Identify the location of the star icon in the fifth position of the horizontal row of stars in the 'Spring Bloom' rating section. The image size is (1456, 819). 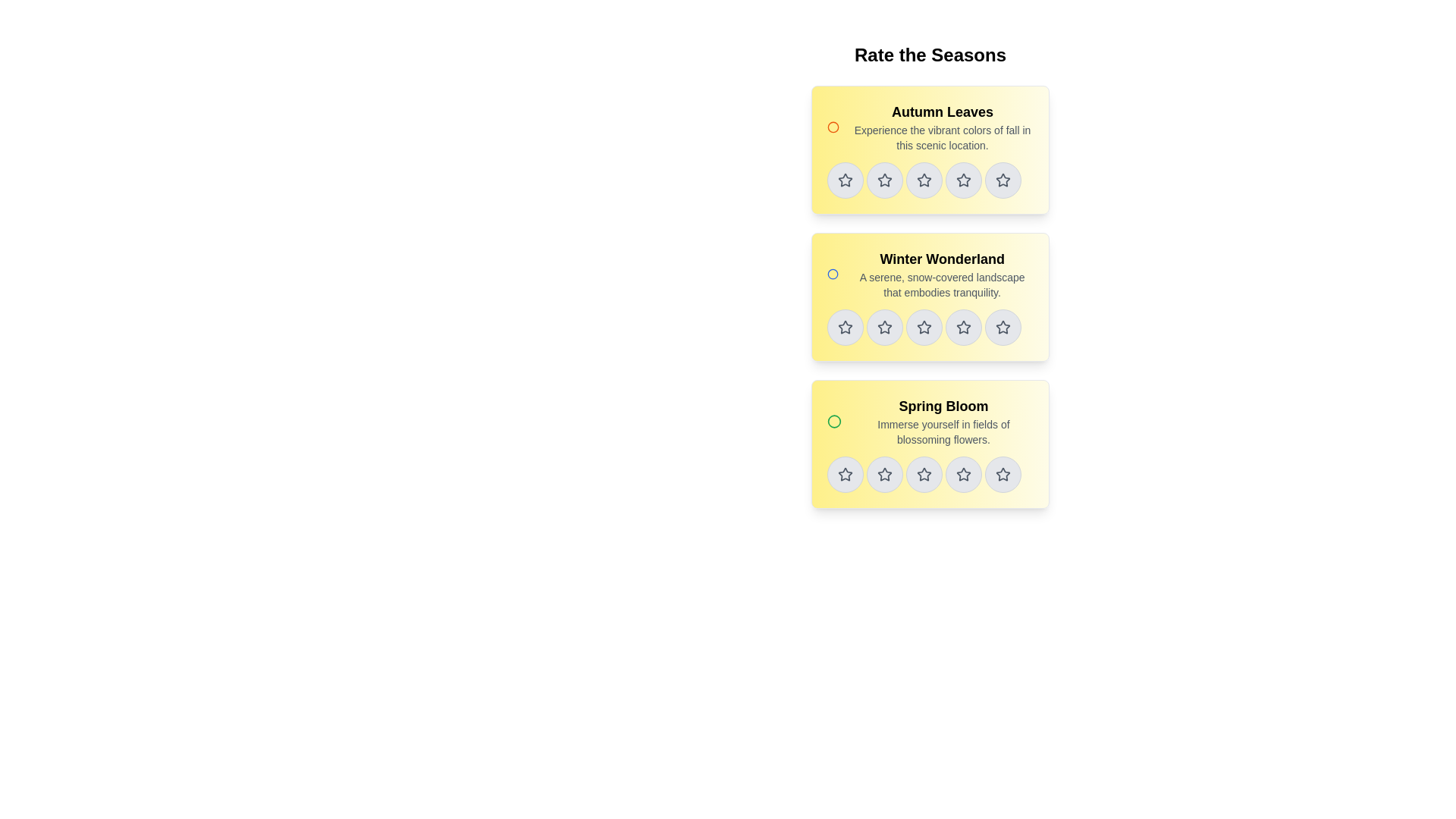
(1003, 473).